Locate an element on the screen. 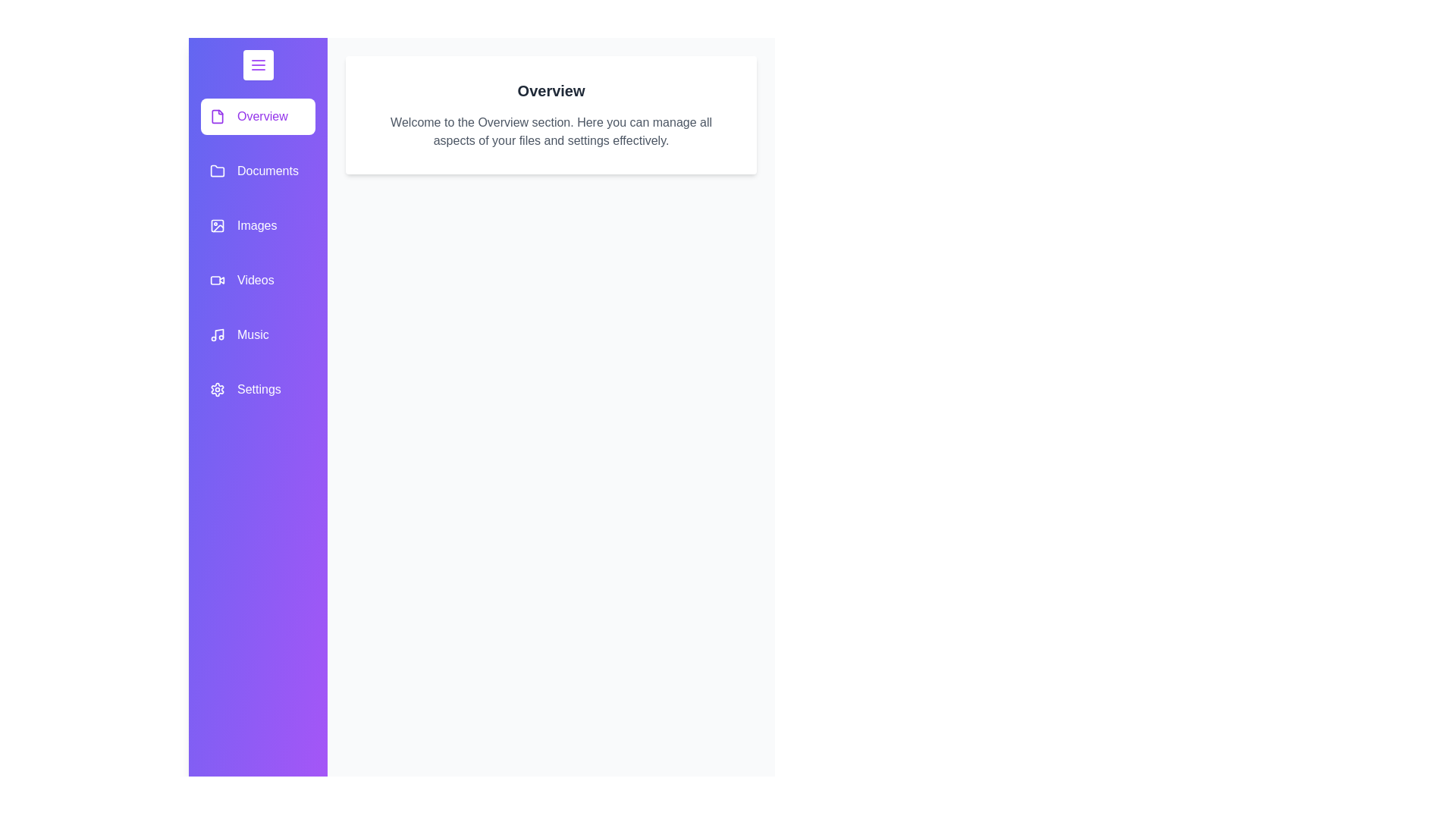 The height and width of the screenshot is (819, 1456). menu button to toggle the drawer's state is located at coordinates (258, 64).